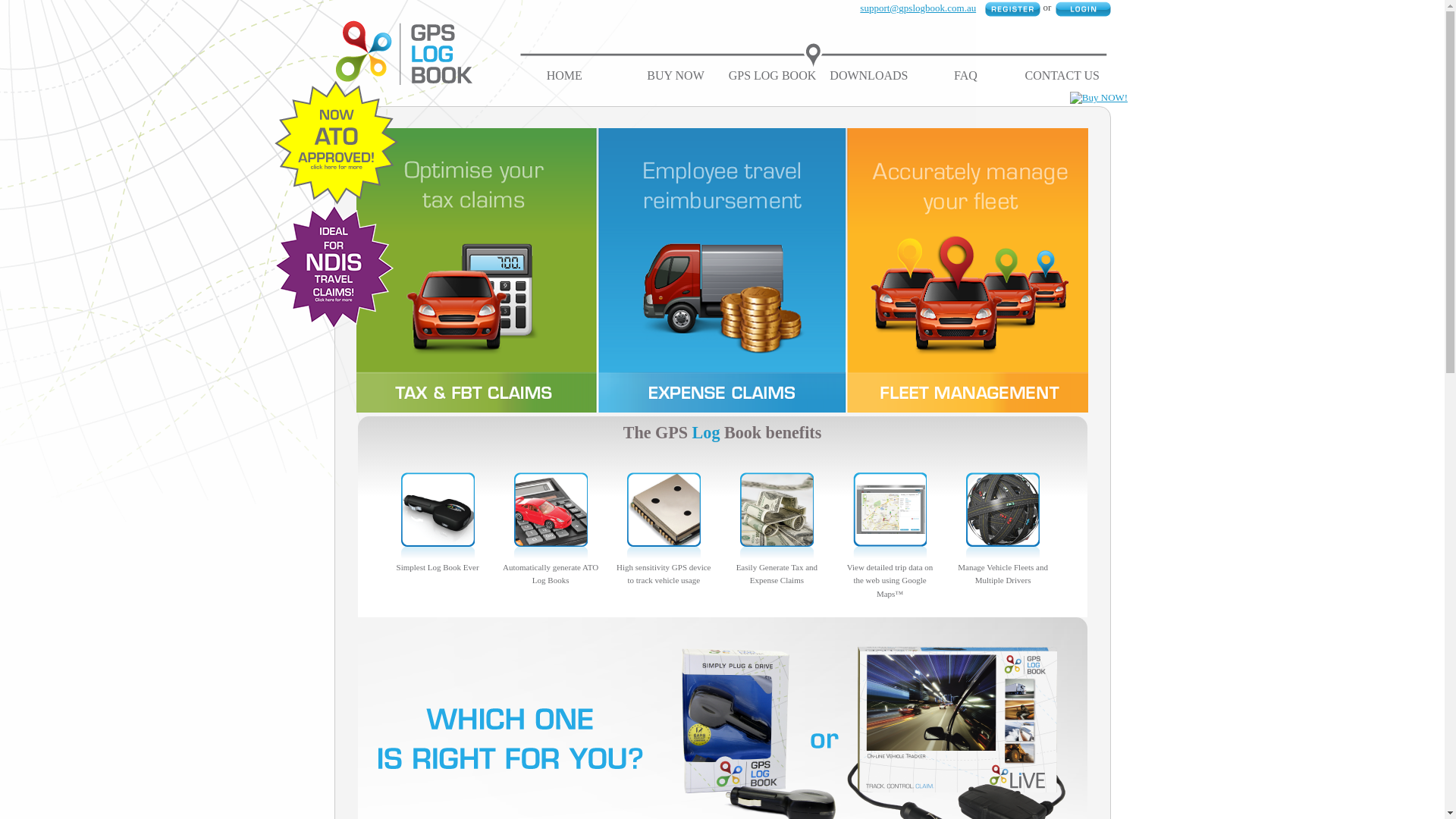  What do you see at coordinates (917, 8) in the screenshot?
I see `'support@gpslogbook.com.au'` at bounding box center [917, 8].